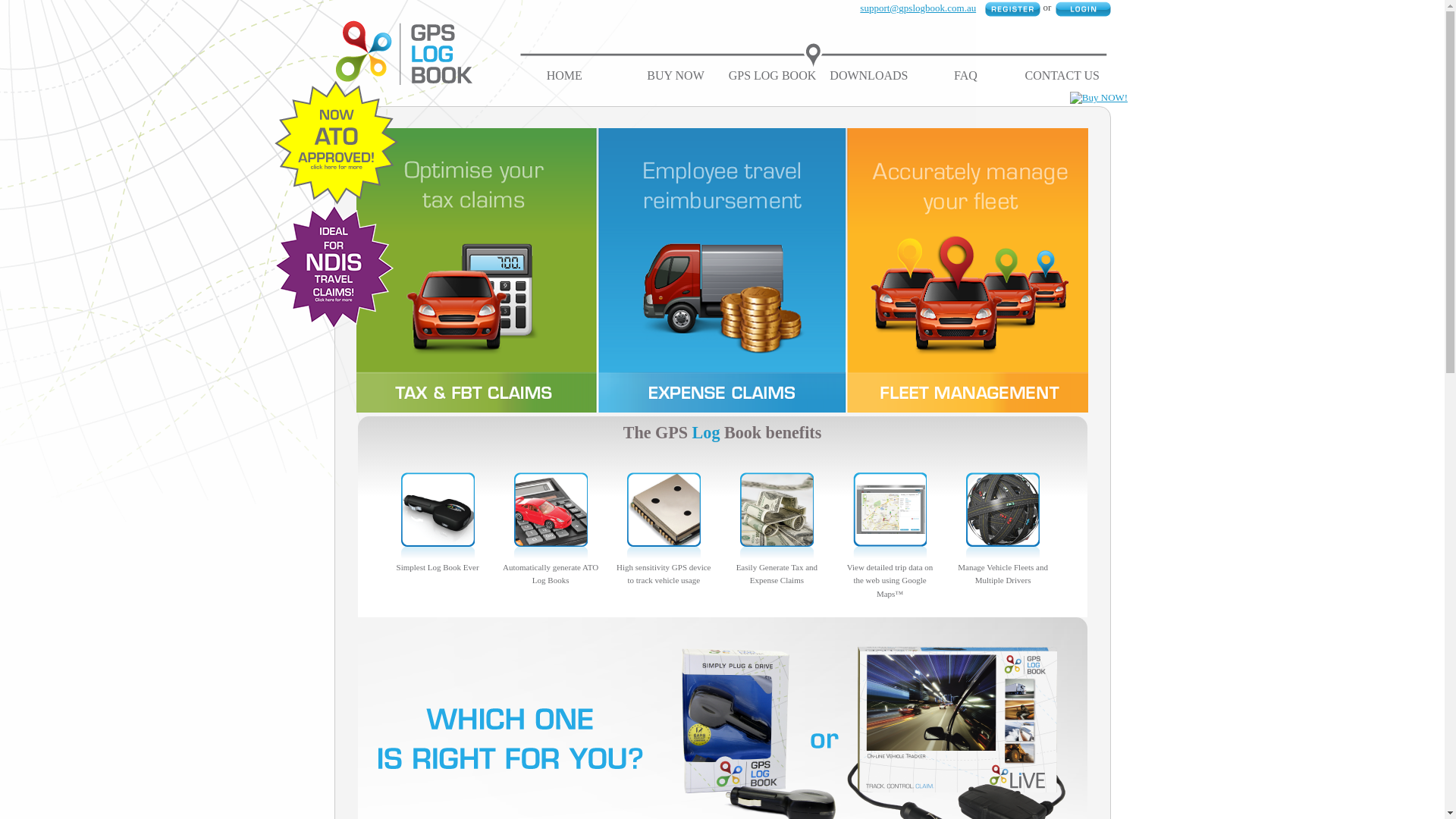  What do you see at coordinates (917, 8) in the screenshot?
I see `'support@gpslogbook.com.au'` at bounding box center [917, 8].